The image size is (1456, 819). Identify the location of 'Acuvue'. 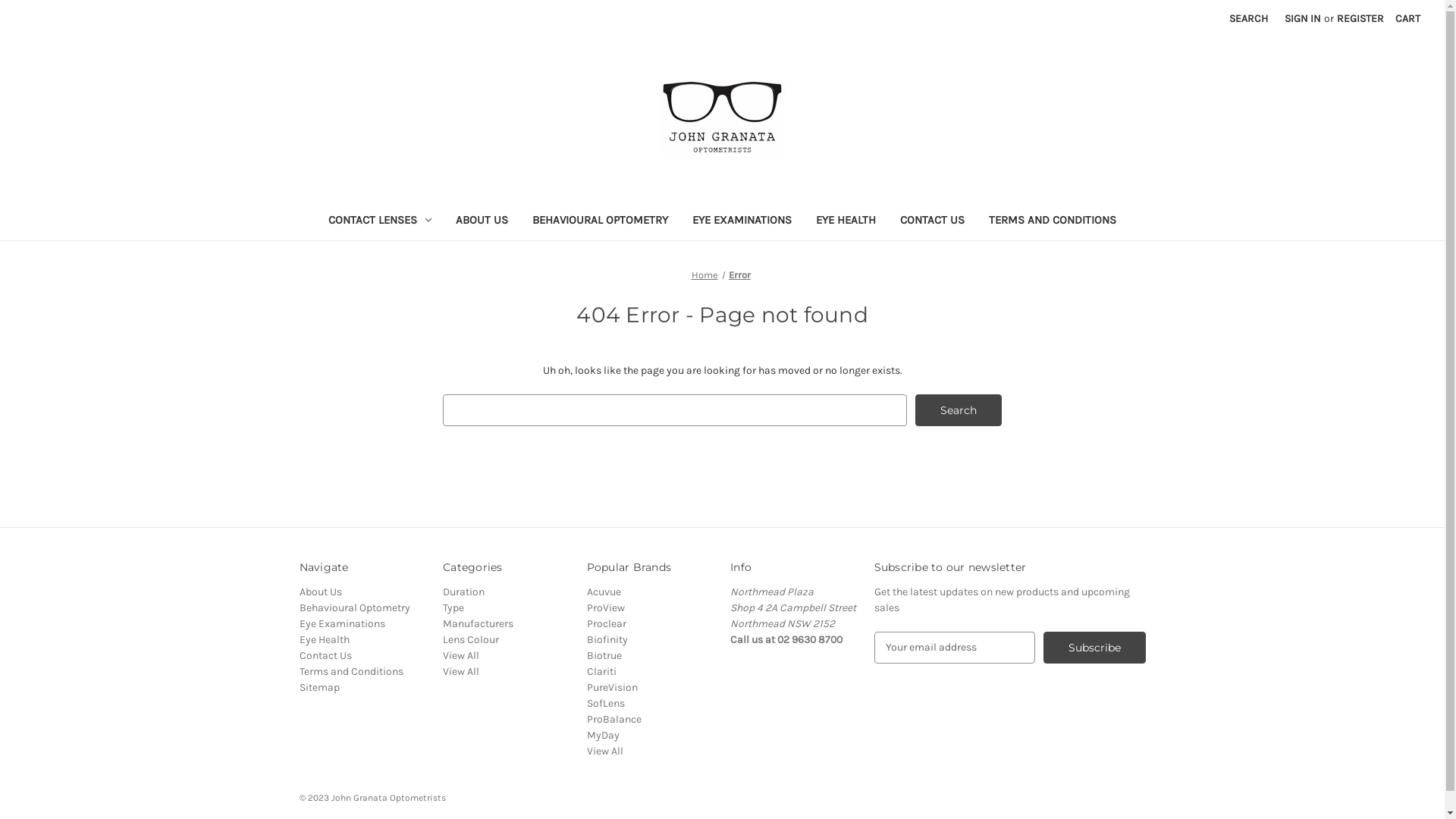
(603, 591).